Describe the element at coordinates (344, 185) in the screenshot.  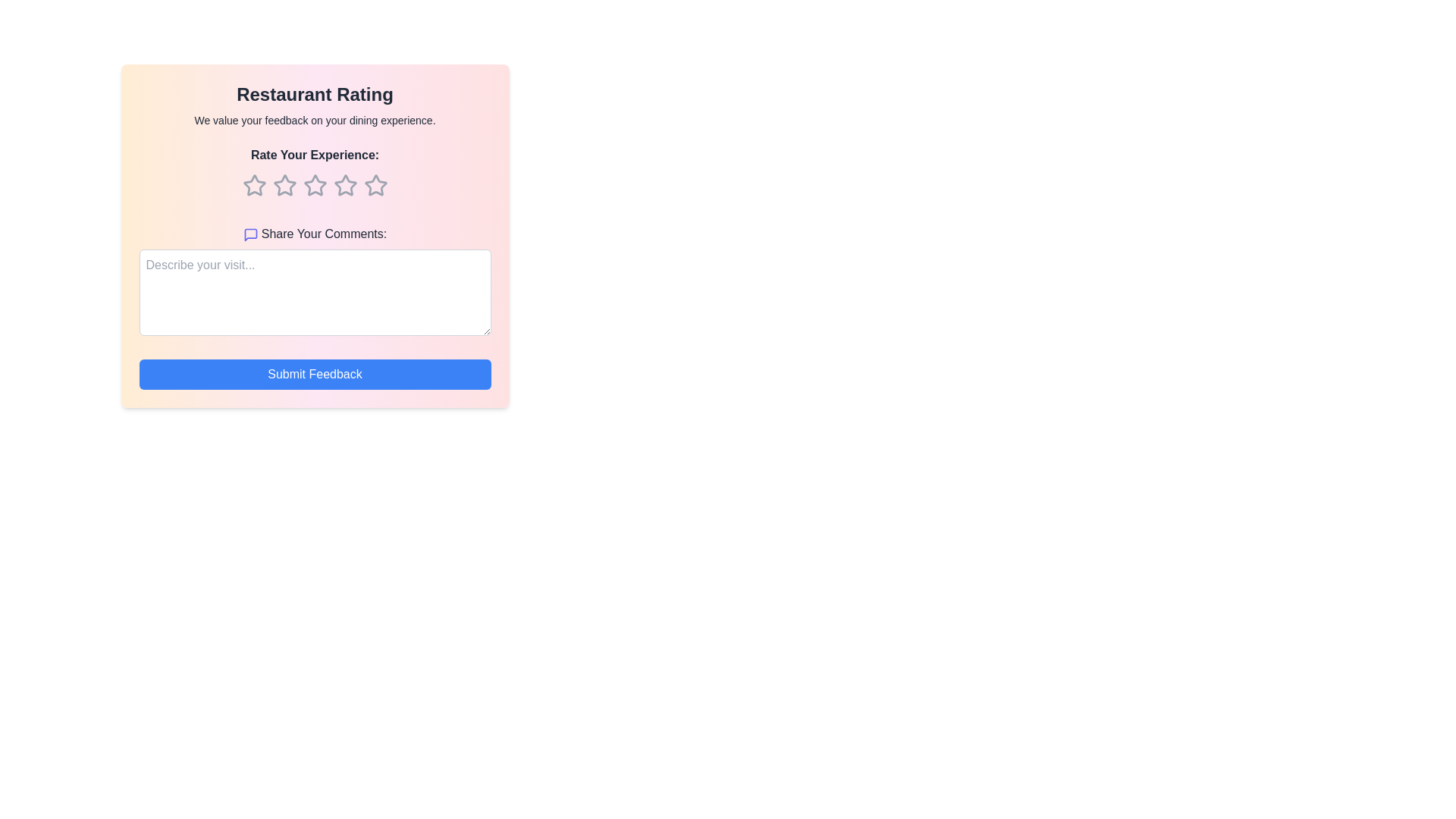
I see `the fourth star icon used for rating, which has a hollow outline and a transparent center` at that location.